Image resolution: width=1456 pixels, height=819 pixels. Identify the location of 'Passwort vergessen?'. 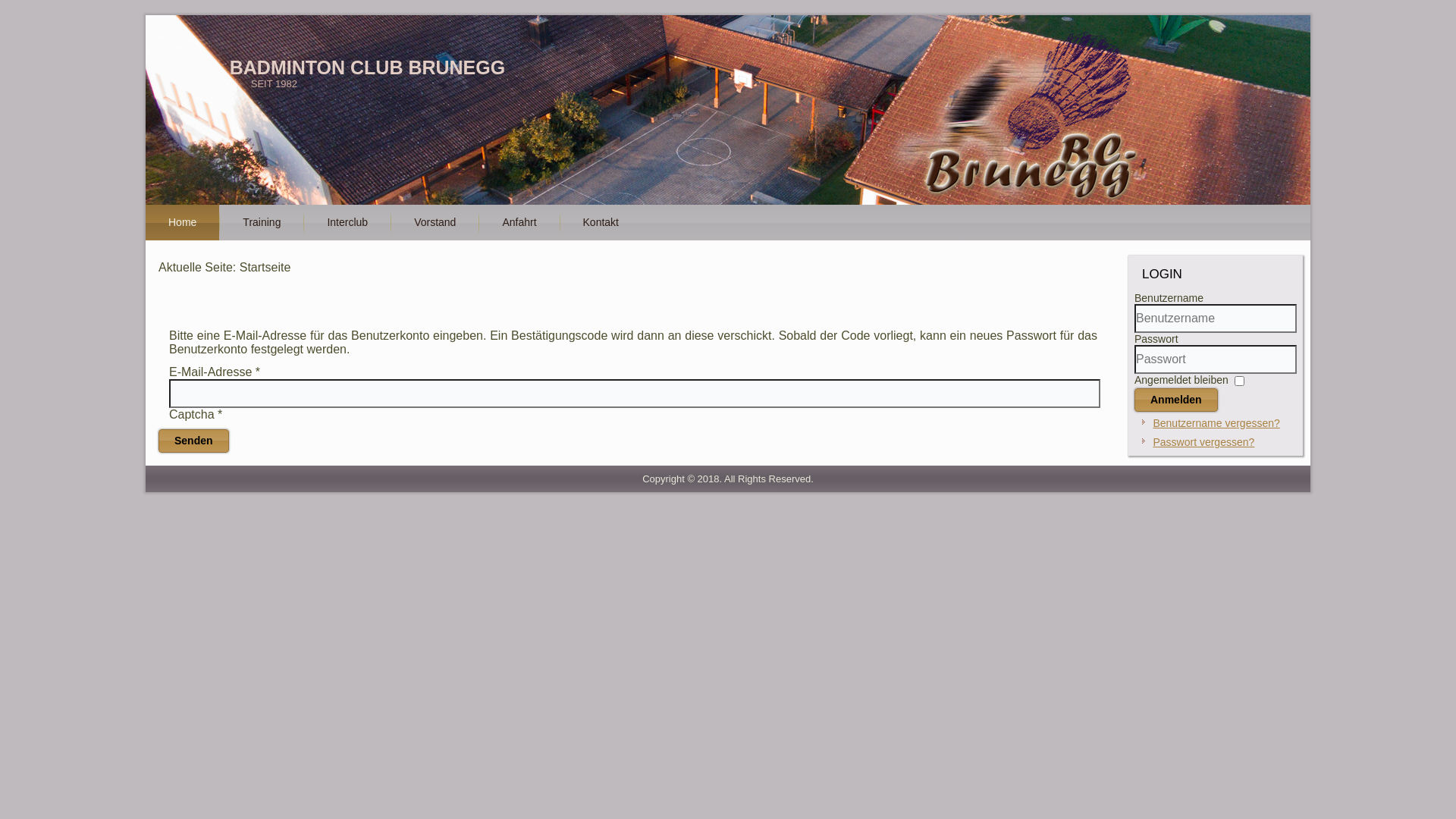
(1203, 441).